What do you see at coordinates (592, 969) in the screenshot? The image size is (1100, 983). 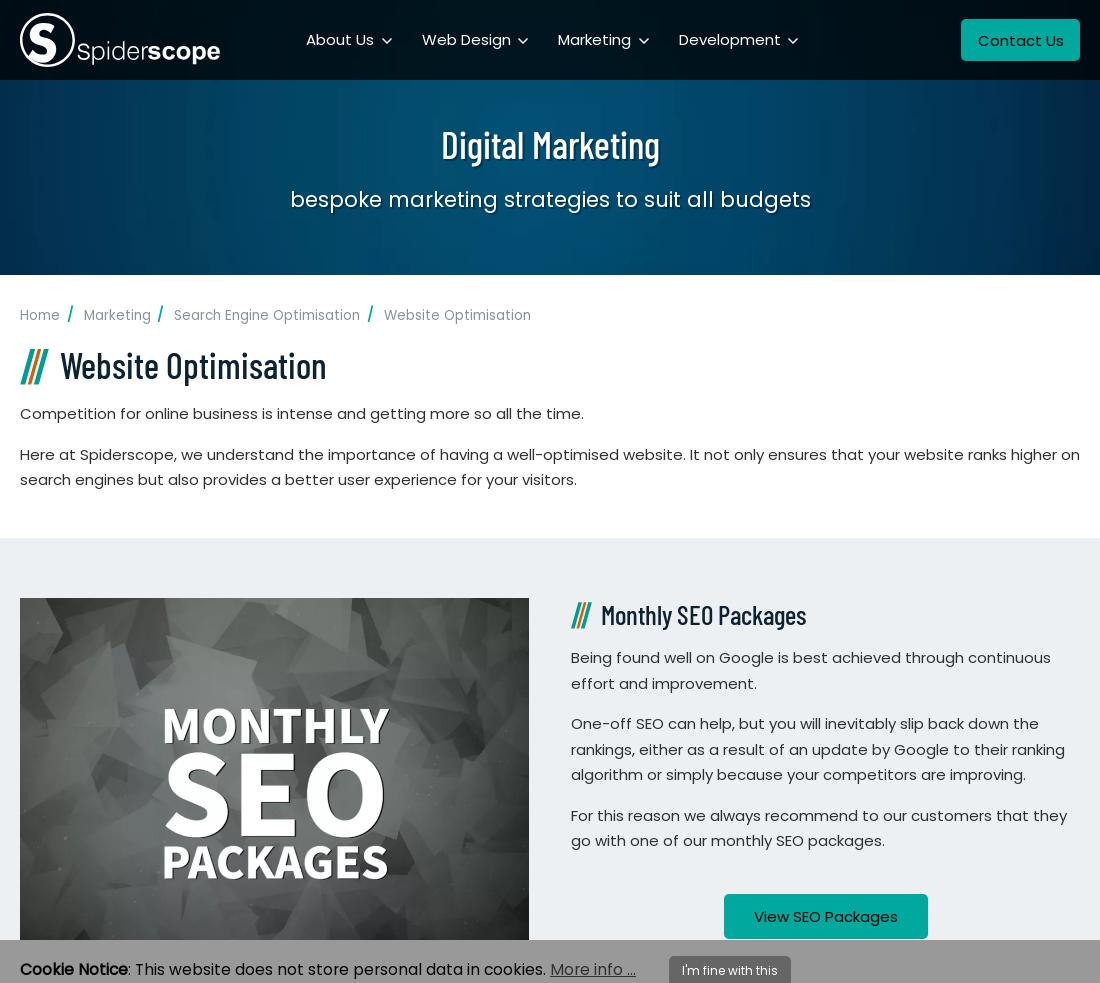 I see `'More info ...'` at bounding box center [592, 969].